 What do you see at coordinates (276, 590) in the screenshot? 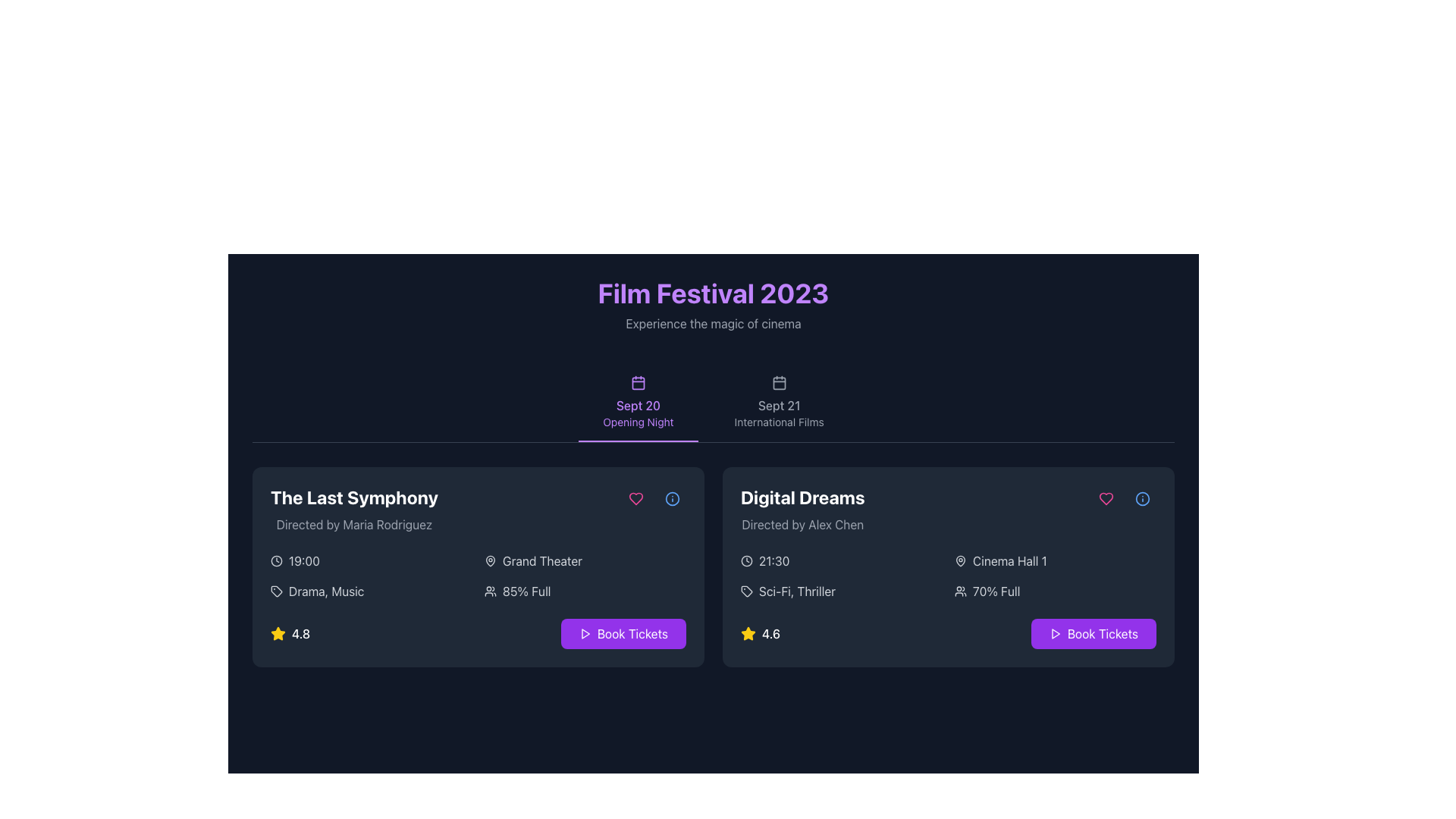
I see `the small dark-colored tag icon located to the left of the movie genre text in the left card component of the interface` at bounding box center [276, 590].